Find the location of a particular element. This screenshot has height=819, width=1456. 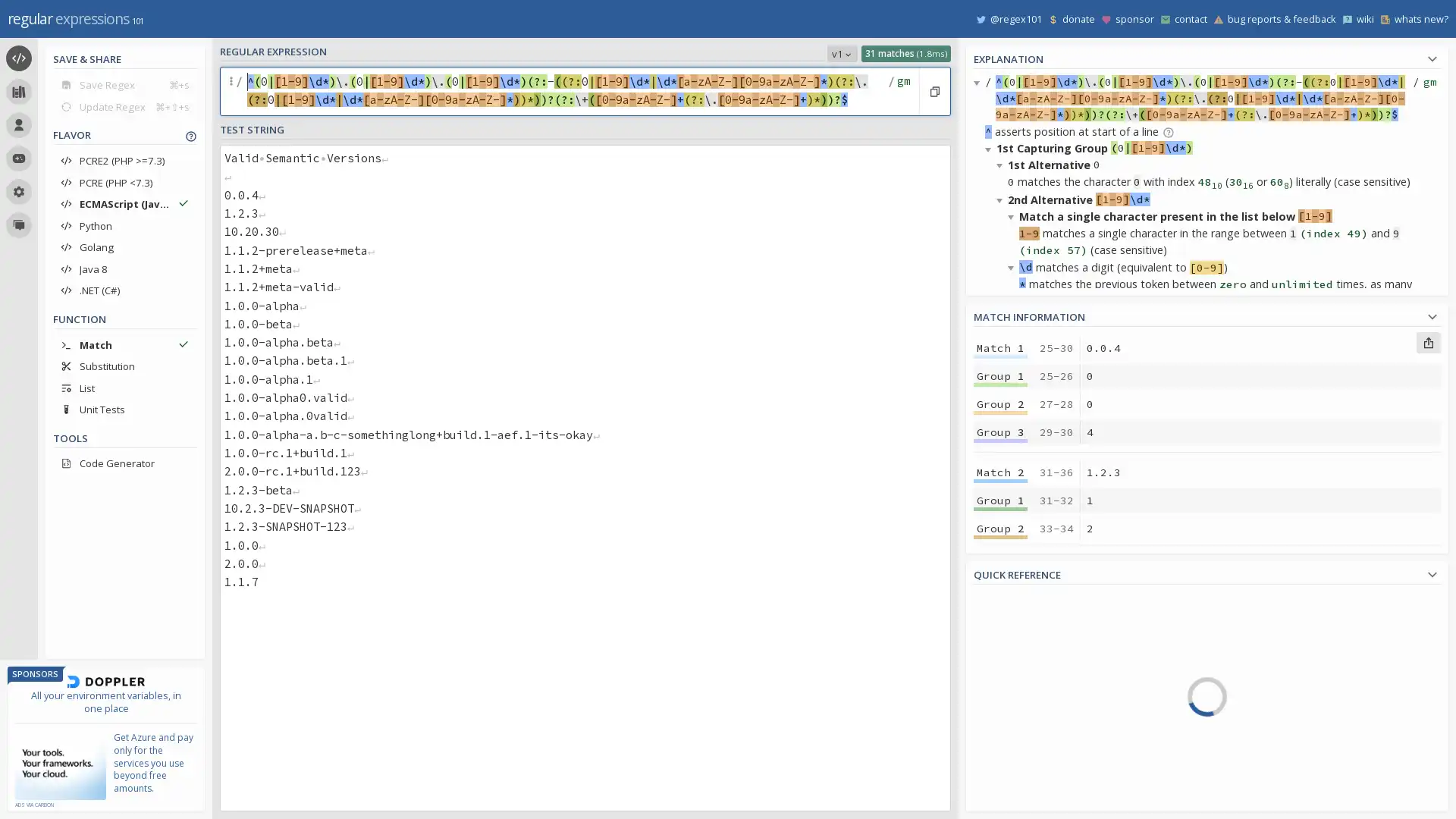

A character except: a, b or c [^abc] is located at coordinates (1282, 622).